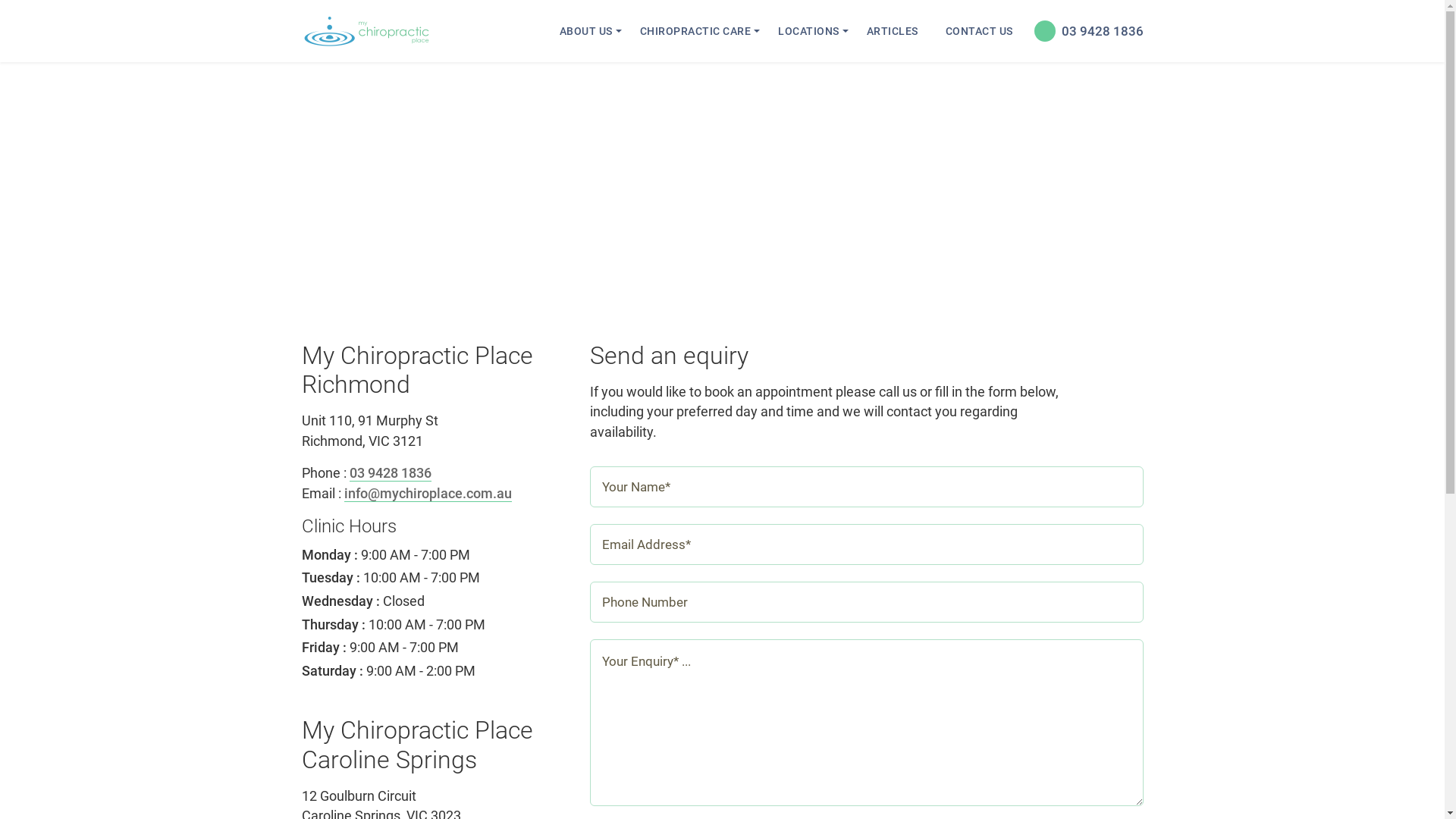 The height and width of the screenshot is (819, 1456). What do you see at coordinates (808, 31) in the screenshot?
I see `'LOCATIONS'` at bounding box center [808, 31].